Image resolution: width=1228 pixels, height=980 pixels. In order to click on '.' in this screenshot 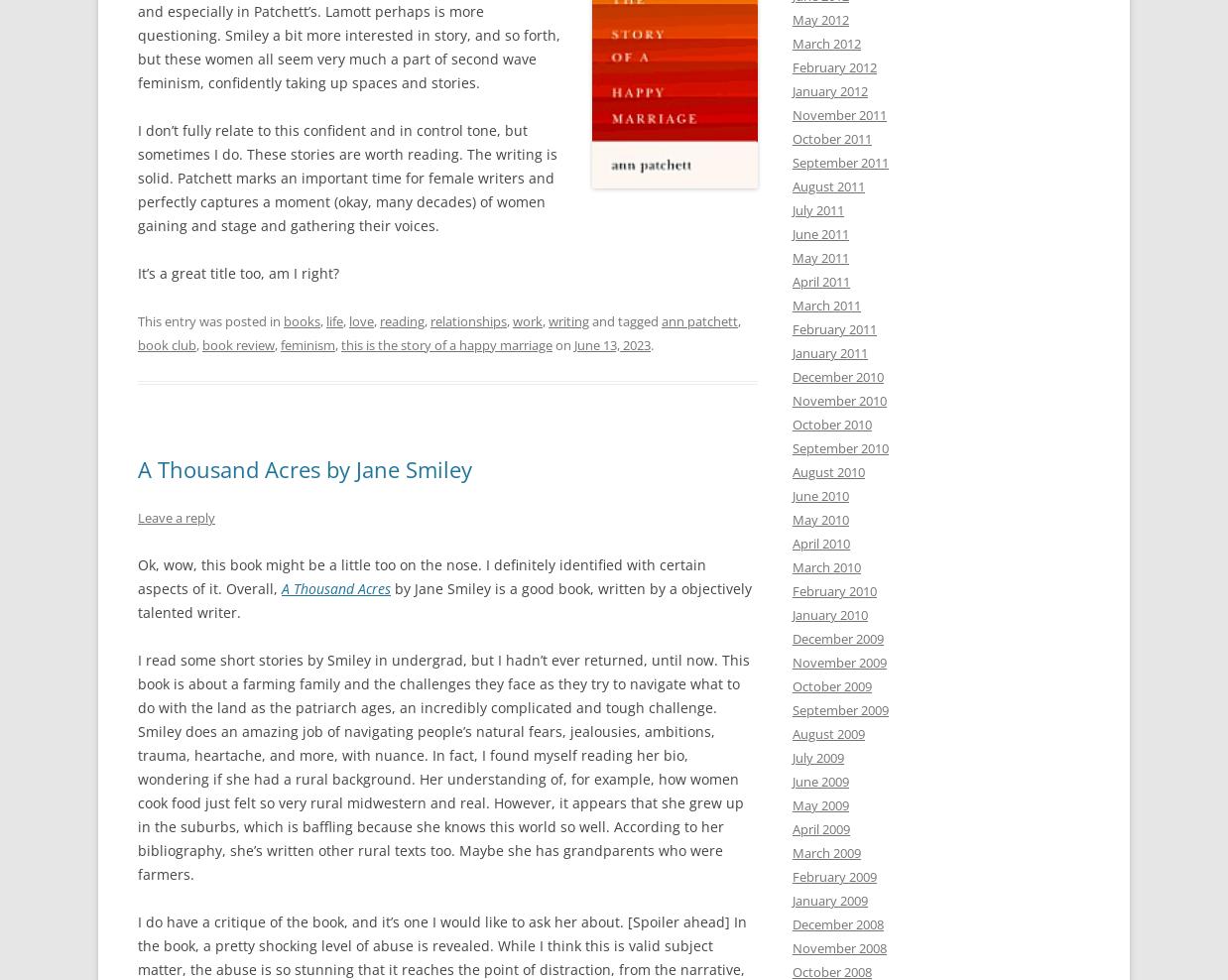, I will do `click(651, 343)`.